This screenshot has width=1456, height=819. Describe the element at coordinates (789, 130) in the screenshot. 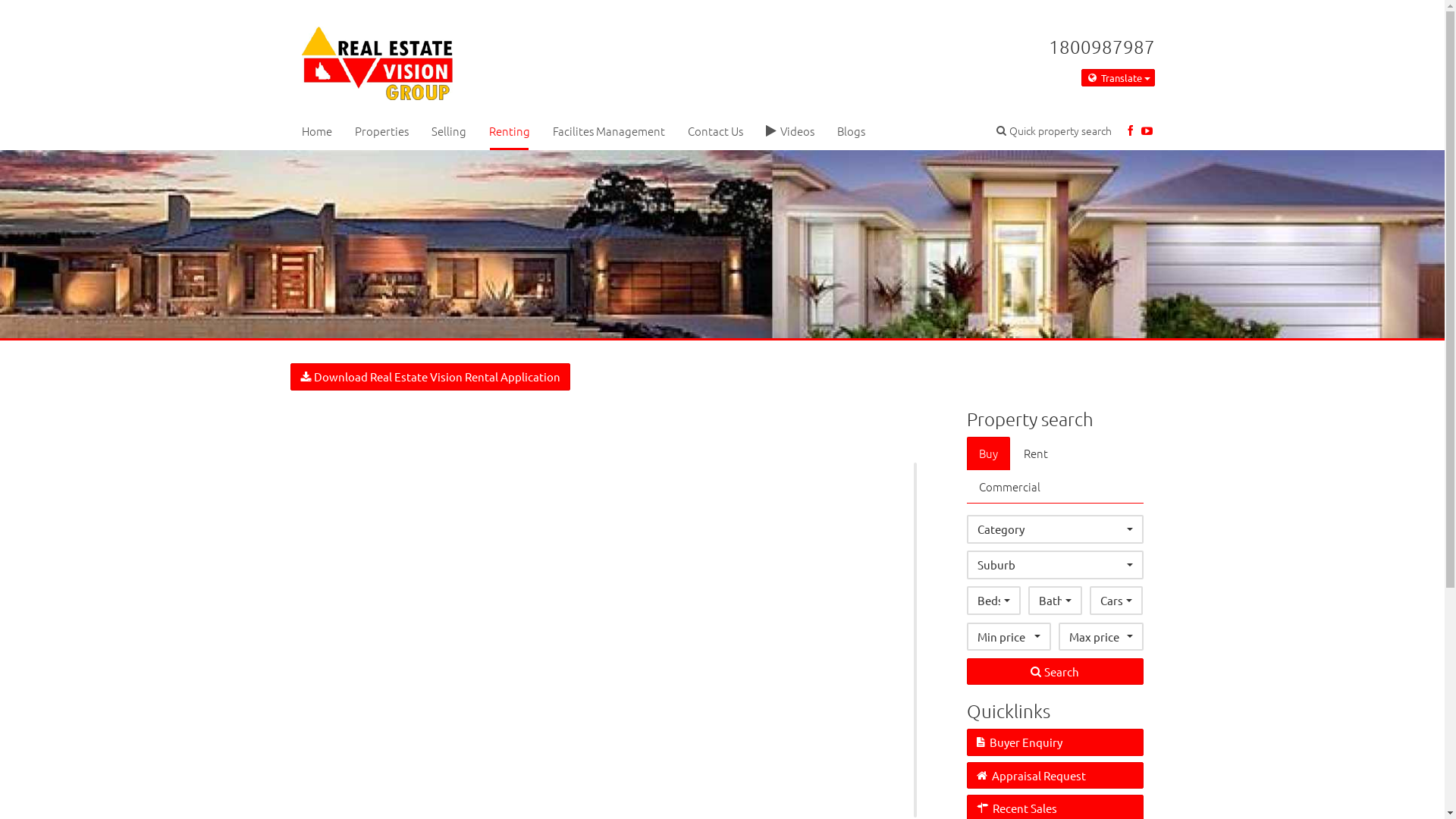

I see `'Videos'` at that location.